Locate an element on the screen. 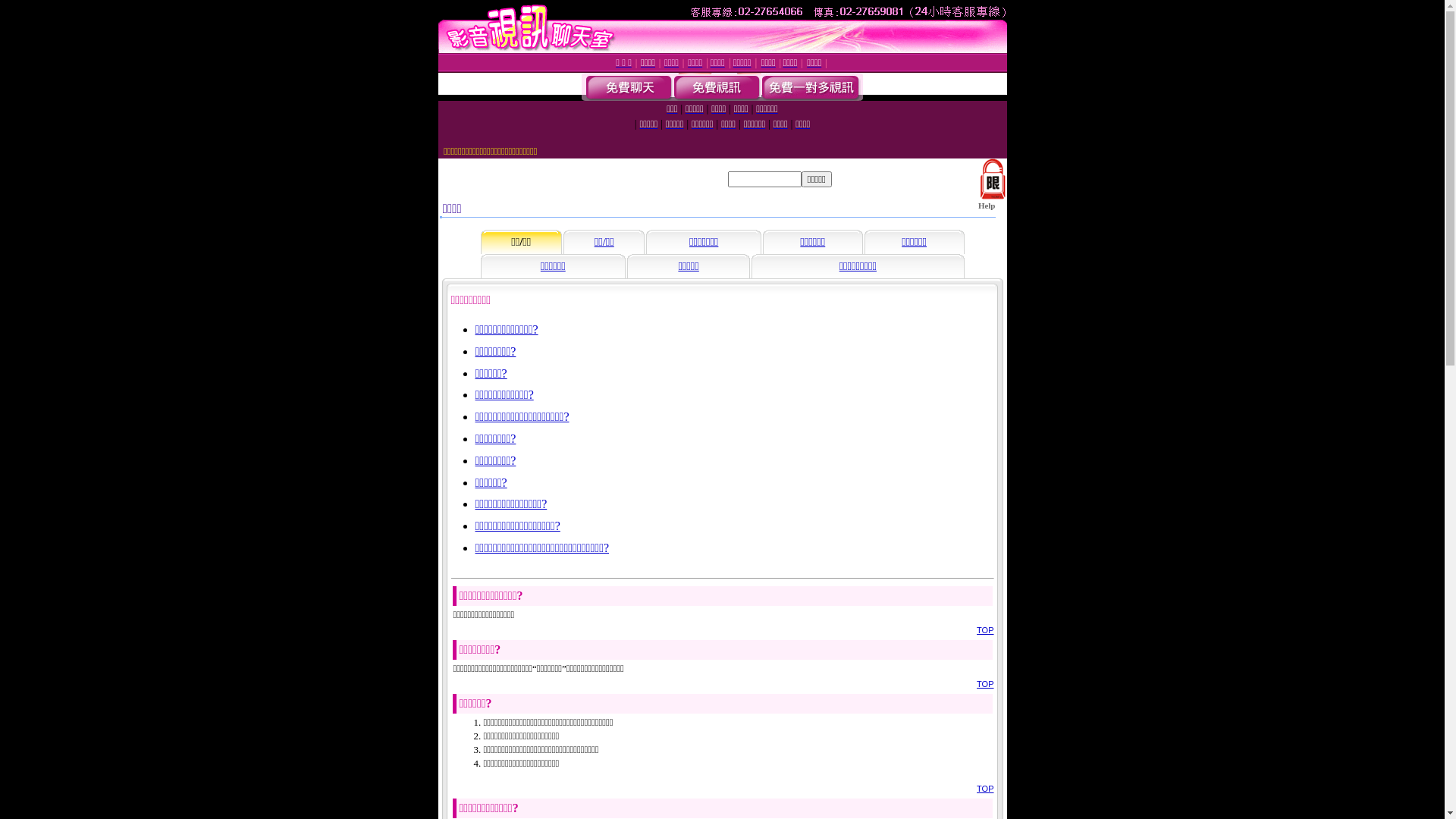 Image resolution: width=1456 pixels, height=819 pixels. 'TOP' is located at coordinates (985, 684).